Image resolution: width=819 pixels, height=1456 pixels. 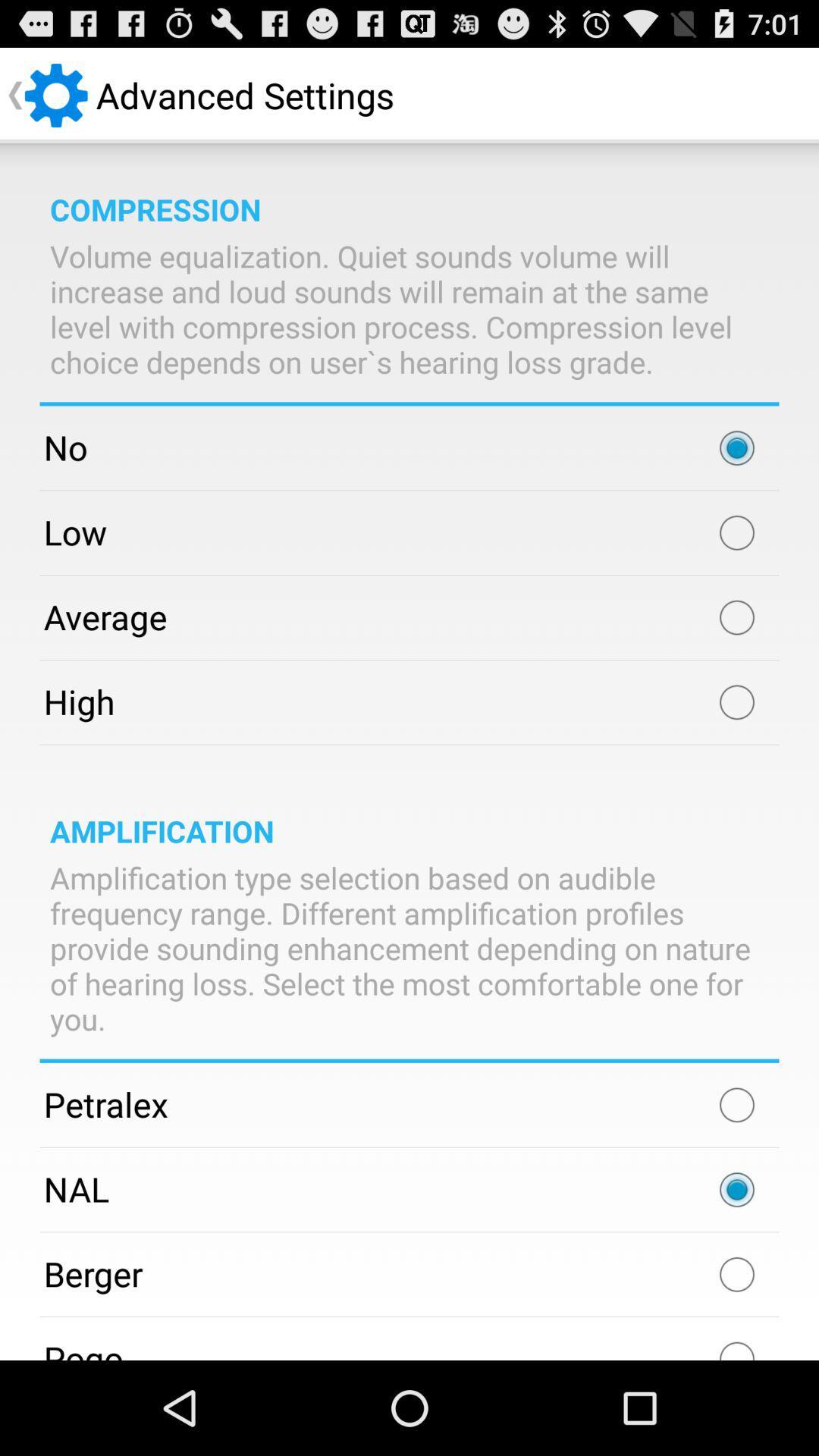 What do you see at coordinates (736, 617) in the screenshot?
I see `average` at bounding box center [736, 617].